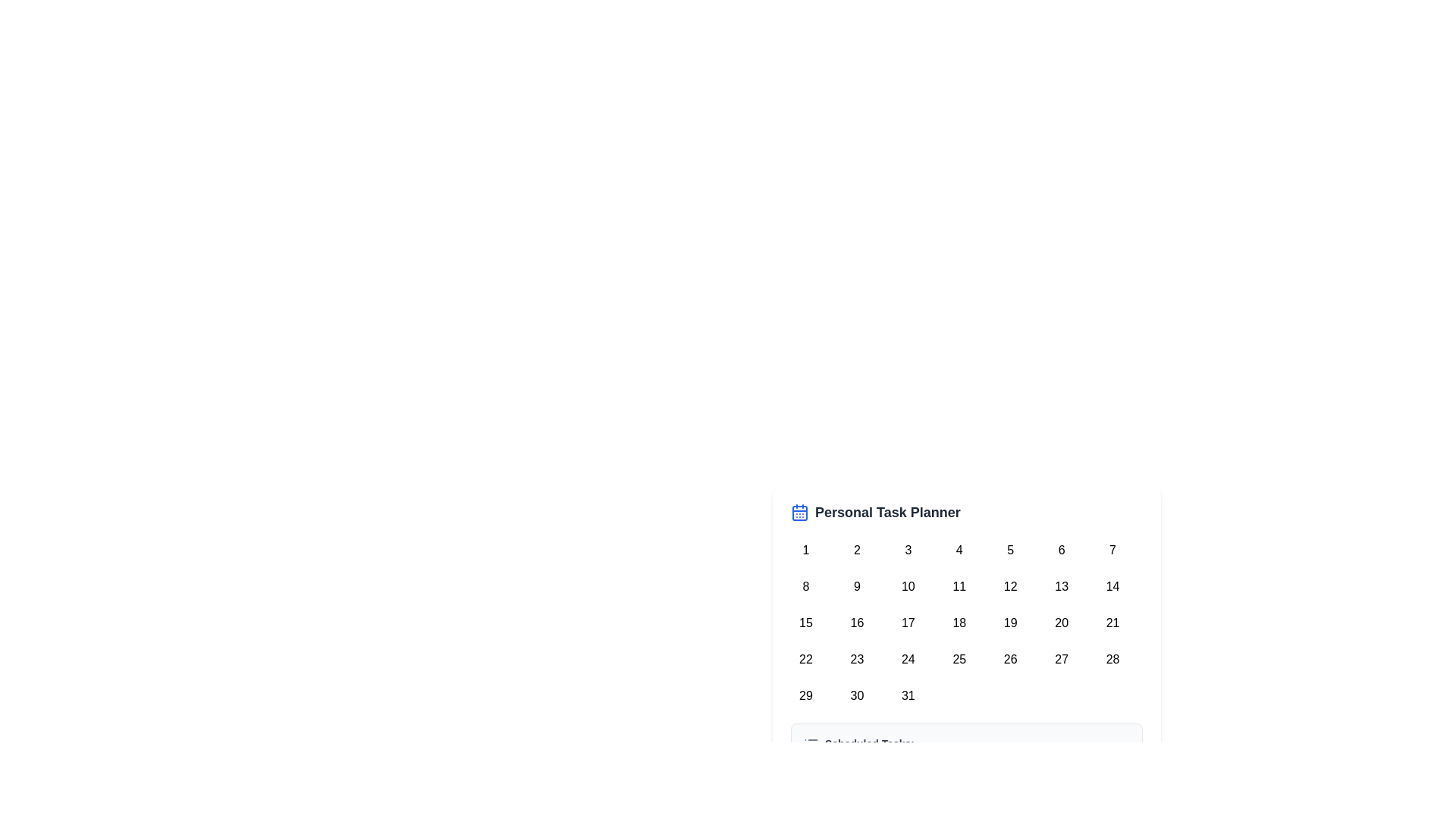 Image resolution: width=1456 pixels, height=819 pixels. I want to click on the circular button with a white background and text '24', so click(908, 659).